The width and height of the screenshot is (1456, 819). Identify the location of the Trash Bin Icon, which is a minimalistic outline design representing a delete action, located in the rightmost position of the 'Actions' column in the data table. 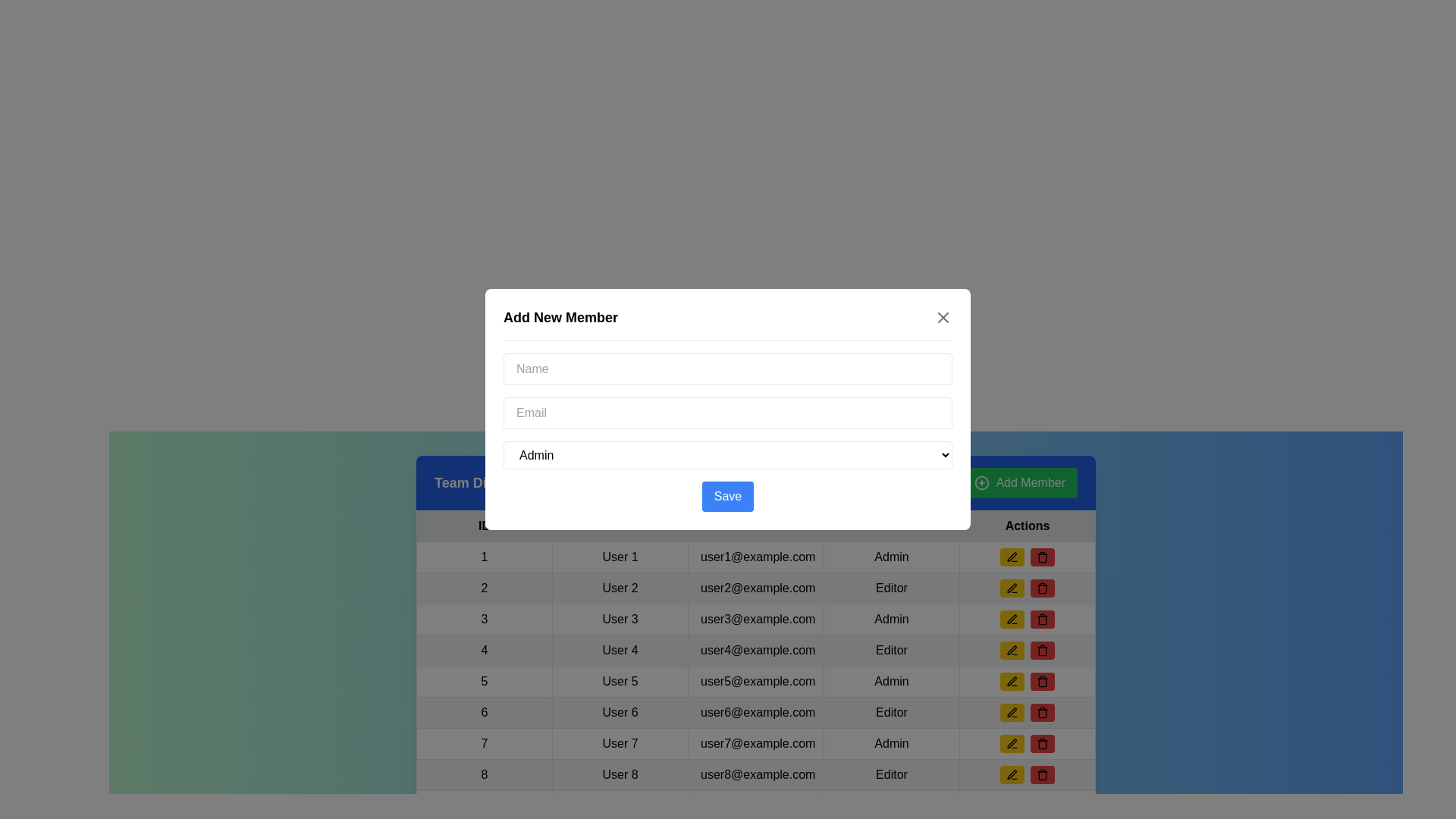
(1041, 713).